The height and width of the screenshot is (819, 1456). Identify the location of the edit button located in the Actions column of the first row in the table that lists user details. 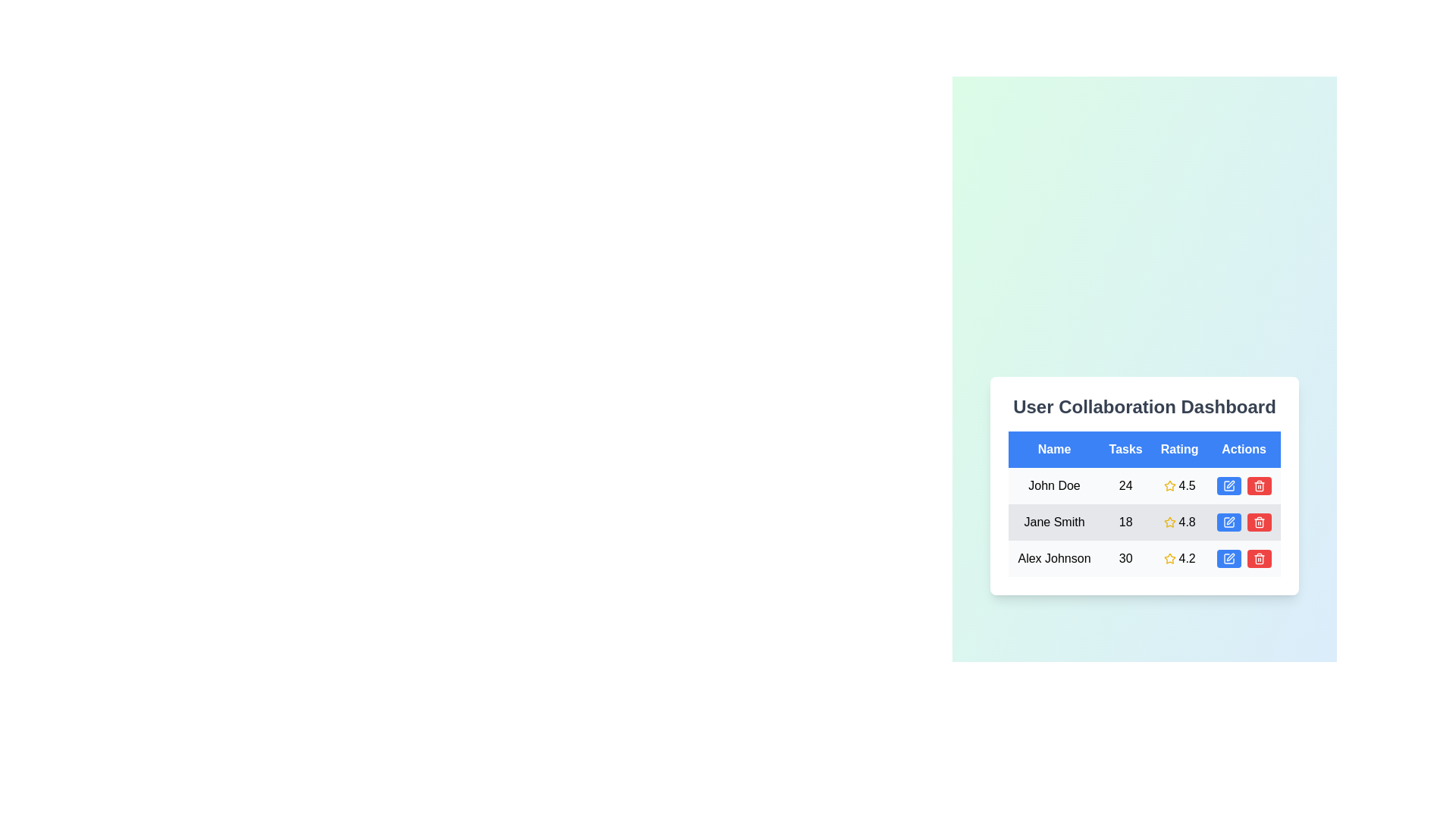
(1228, 485).